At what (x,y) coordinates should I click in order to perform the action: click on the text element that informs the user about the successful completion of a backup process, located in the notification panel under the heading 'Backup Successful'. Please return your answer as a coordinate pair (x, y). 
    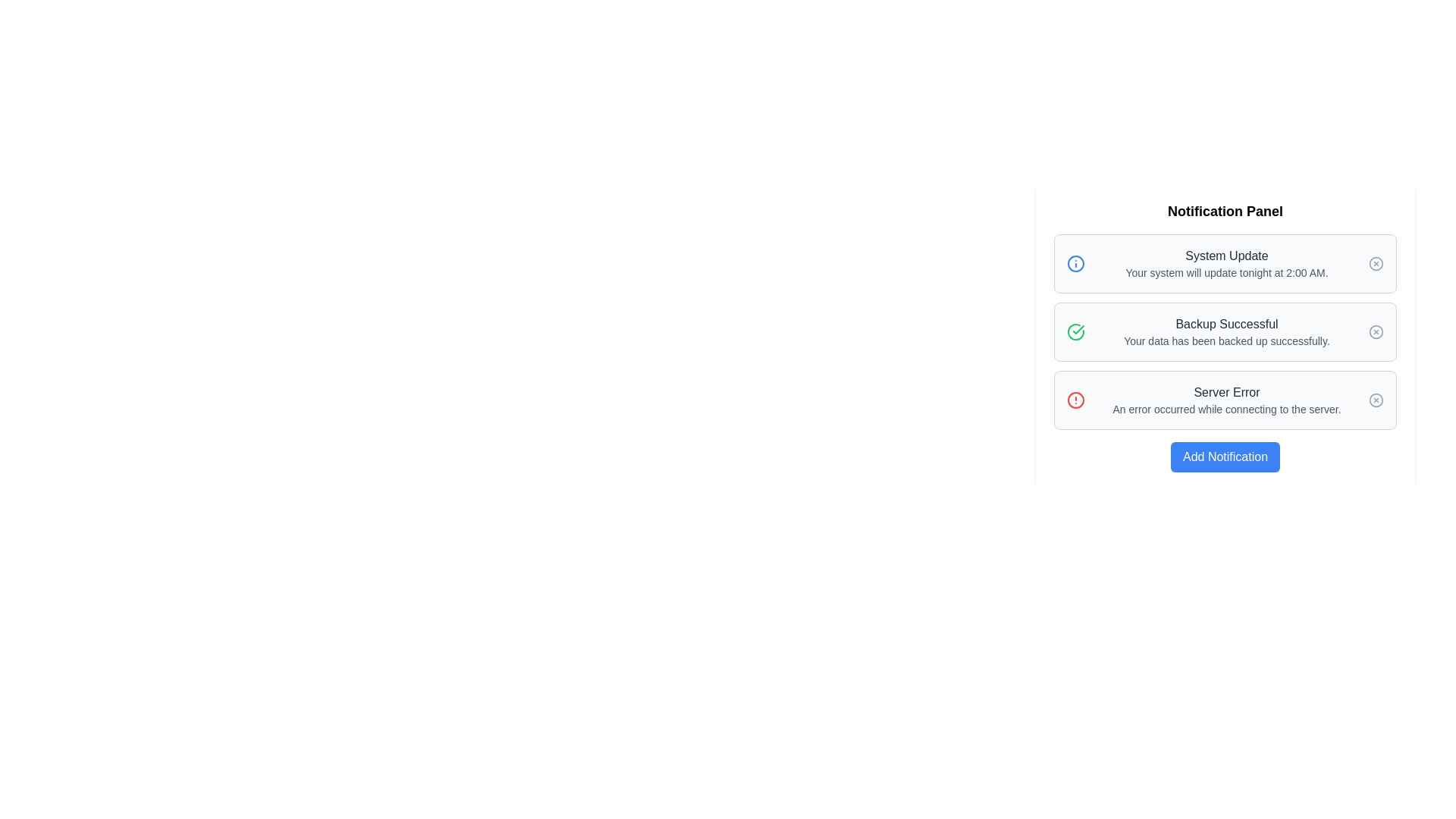
    Looking at the image, I should click on (1226, 341).